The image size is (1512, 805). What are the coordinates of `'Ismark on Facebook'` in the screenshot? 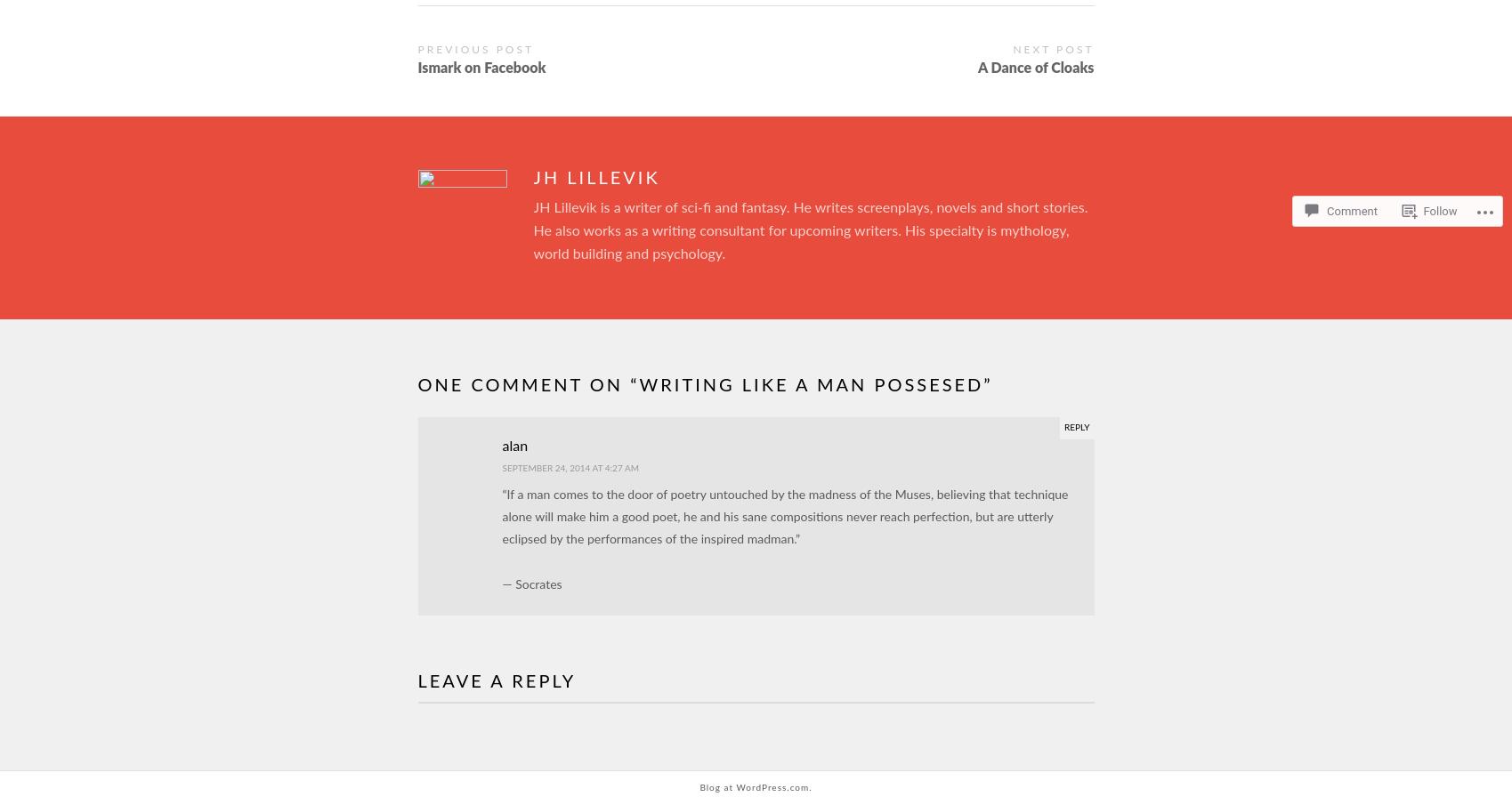 It's located at (480, 68).